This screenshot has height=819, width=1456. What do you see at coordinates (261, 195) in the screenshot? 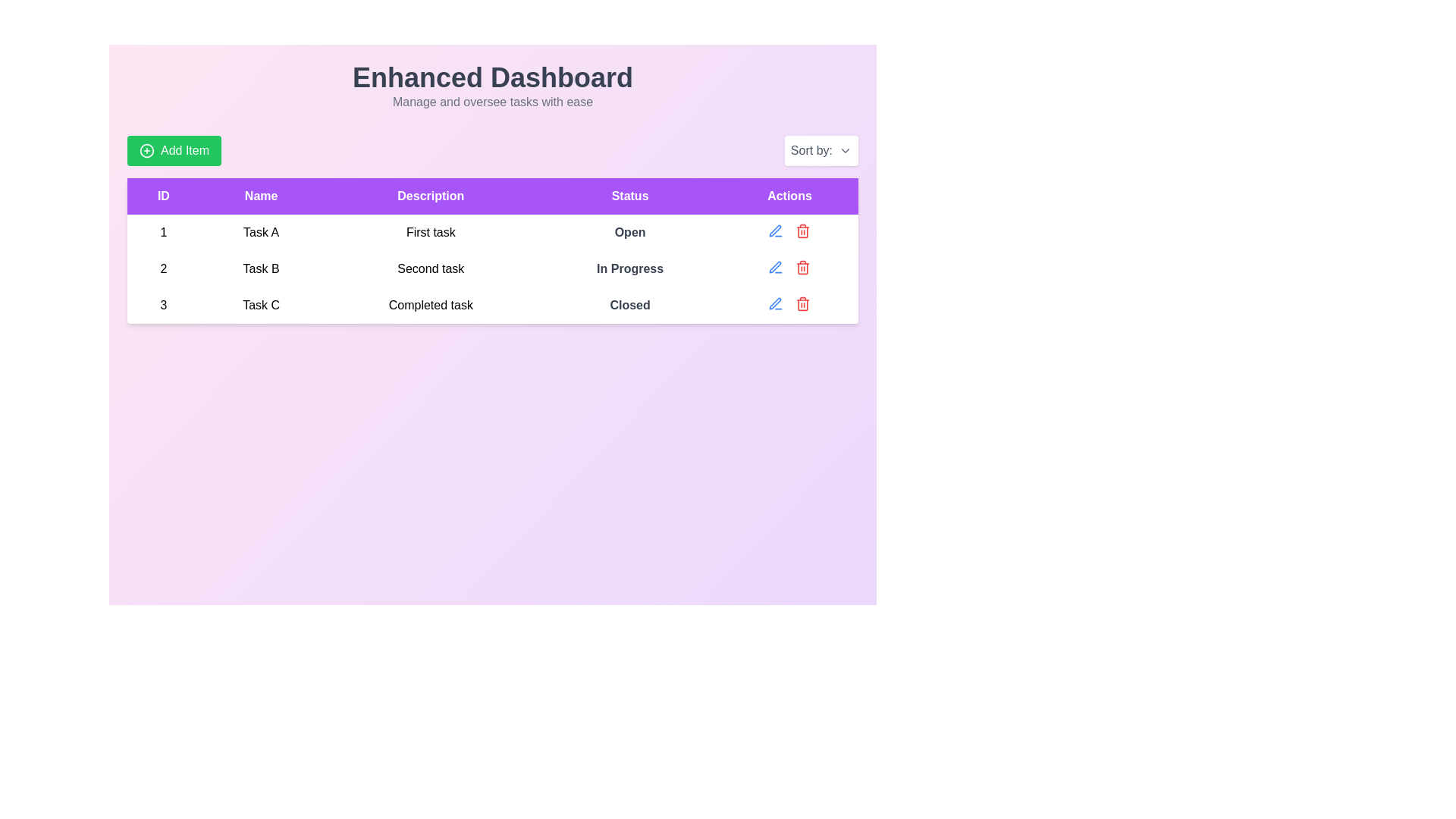
I see `the second column header in the table, which relates to the names of items` at bounding box center [261, 195].